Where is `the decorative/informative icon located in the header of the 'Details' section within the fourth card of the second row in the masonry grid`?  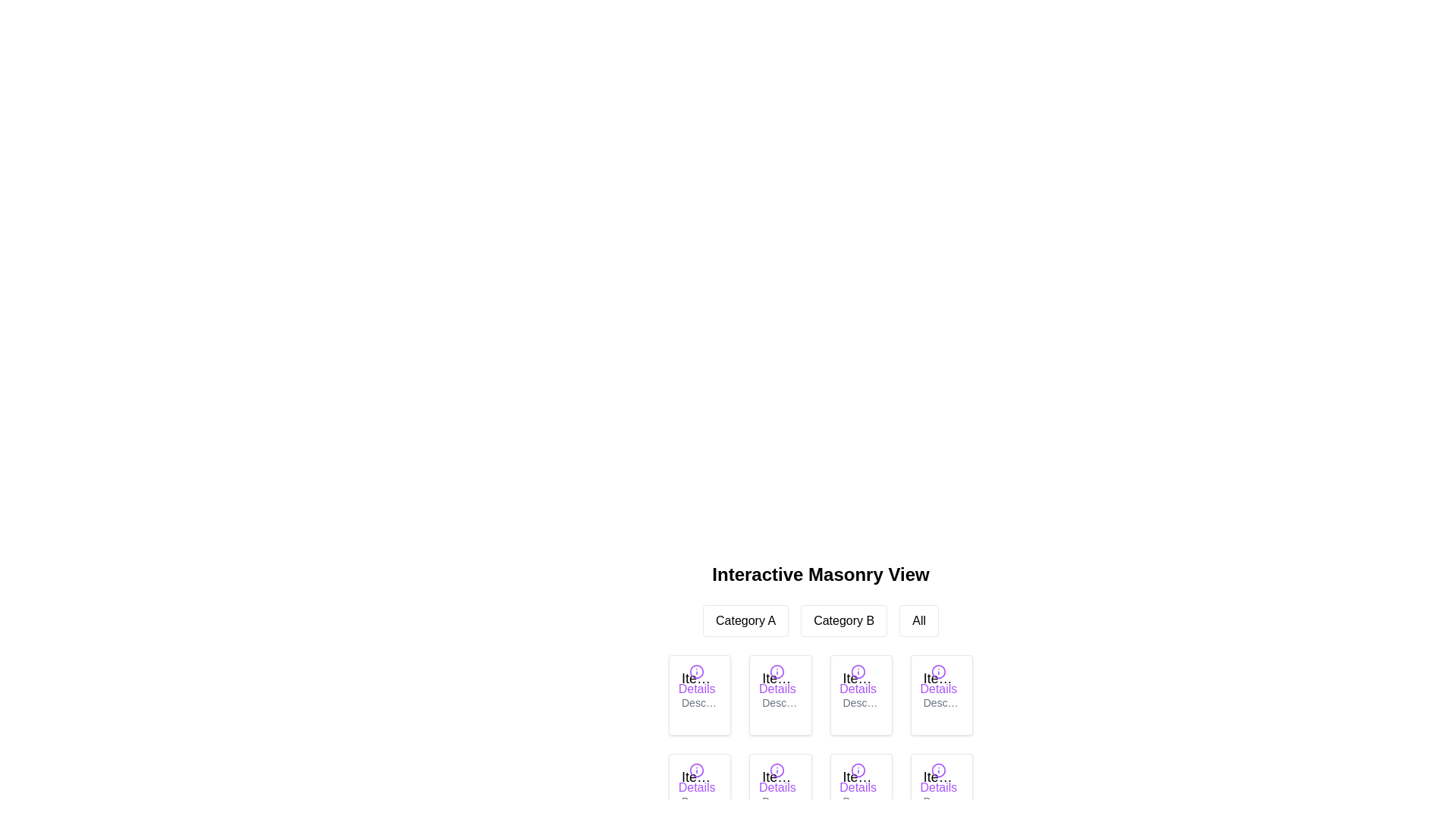 the decorative/informative icon located in the header of the 'Details' section within the fourth card of the second row in the masonry grid is located at coordinates (937, 670).